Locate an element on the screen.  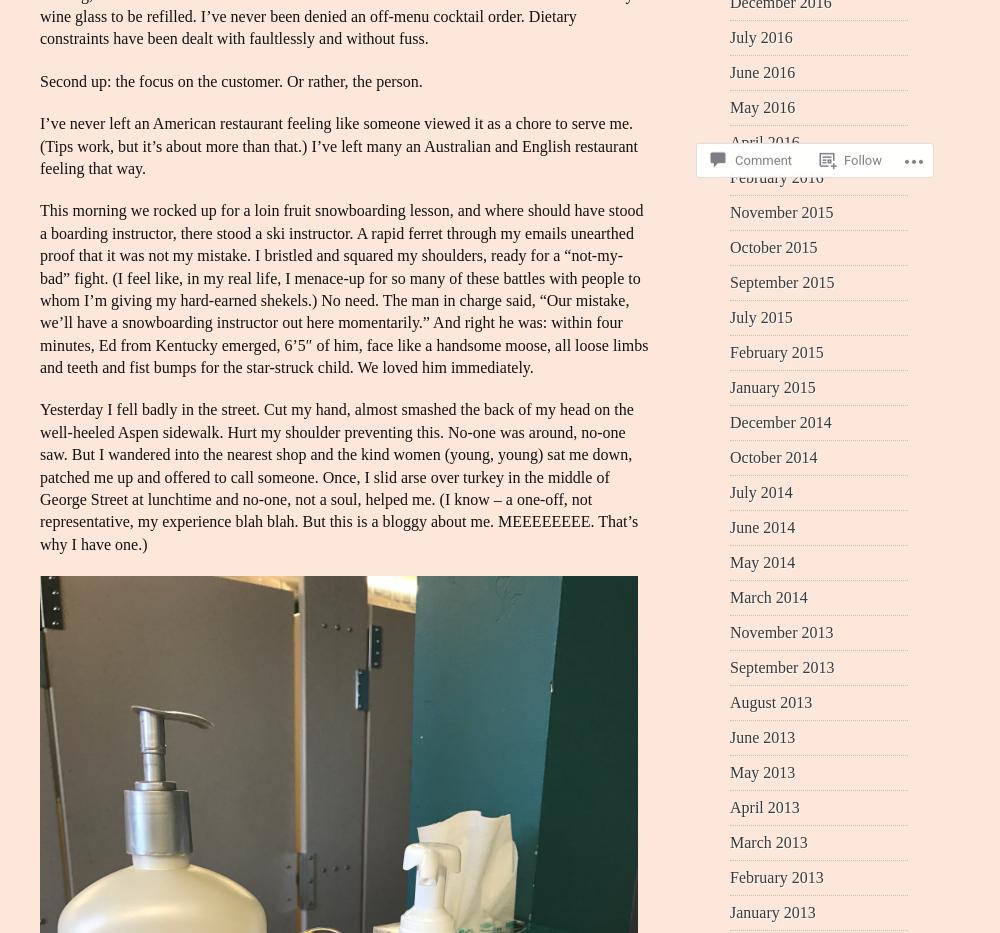
'February 2015' is located at coordinates (776, 350).